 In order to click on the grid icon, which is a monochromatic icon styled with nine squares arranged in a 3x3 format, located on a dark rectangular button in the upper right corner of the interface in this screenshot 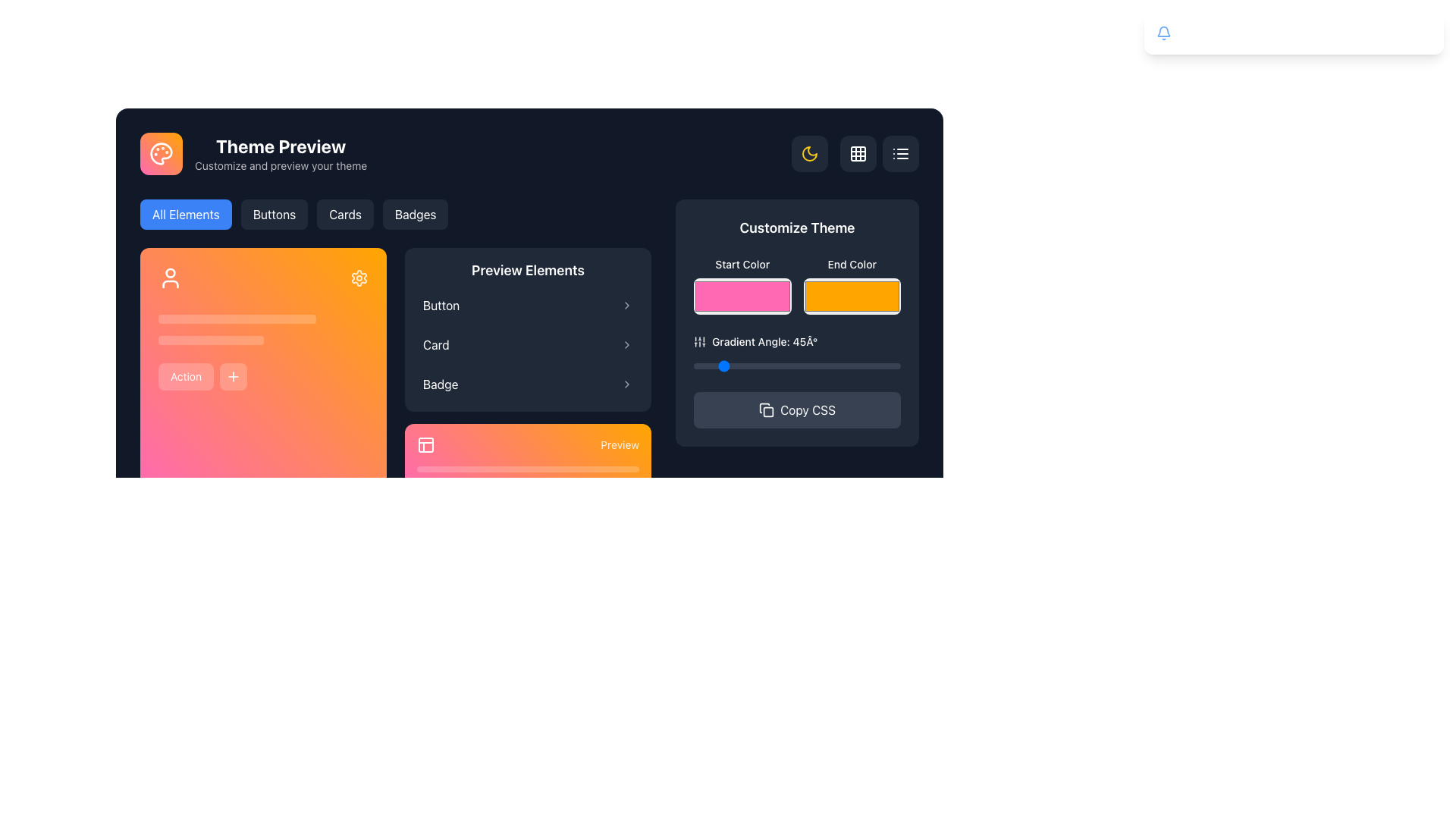, I will do `click(858, 154)`.